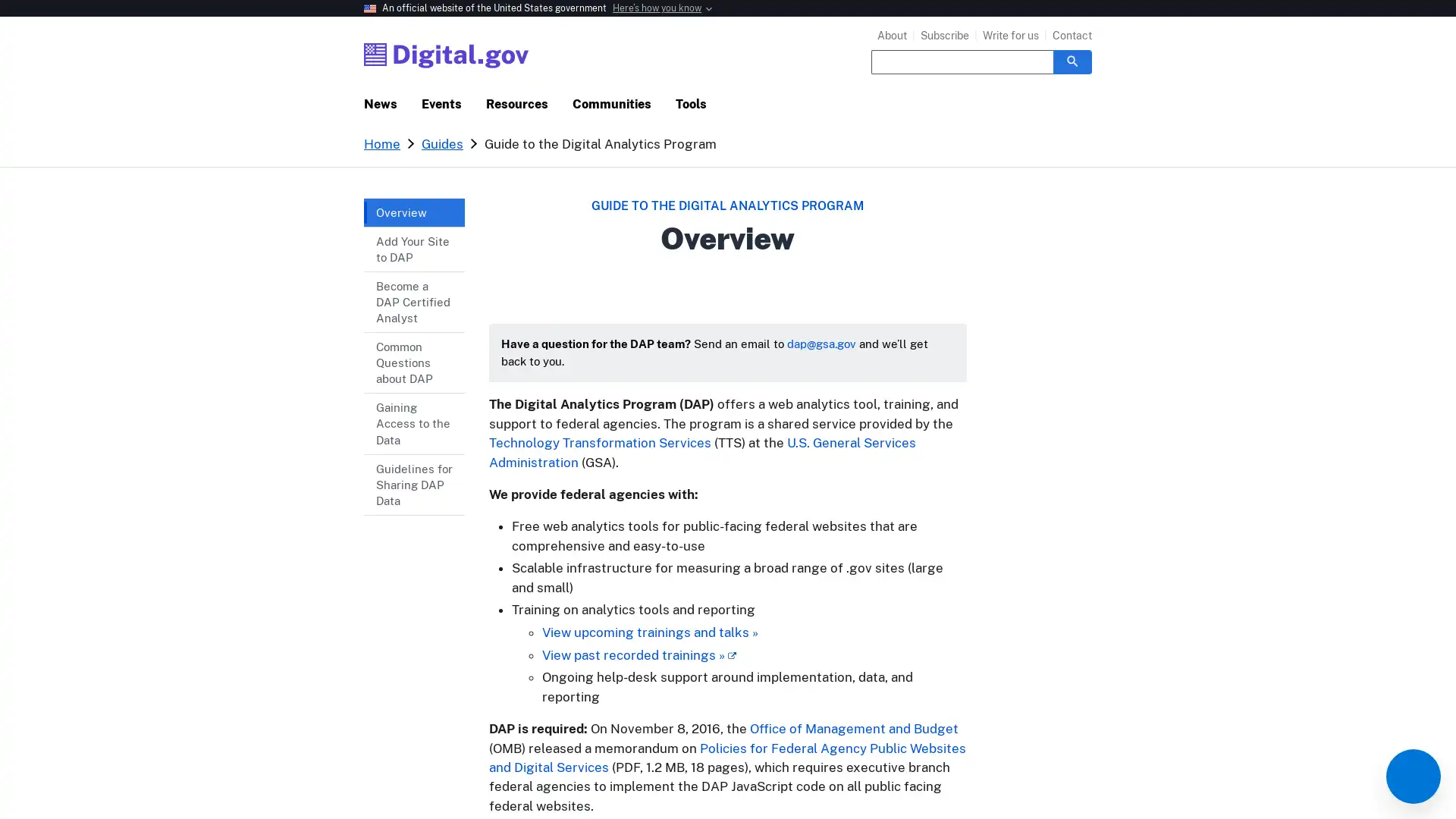  What do you see at coordinates (1412, 776) in the screenshot?
I see `edit` at bounding box center [1412, 776].